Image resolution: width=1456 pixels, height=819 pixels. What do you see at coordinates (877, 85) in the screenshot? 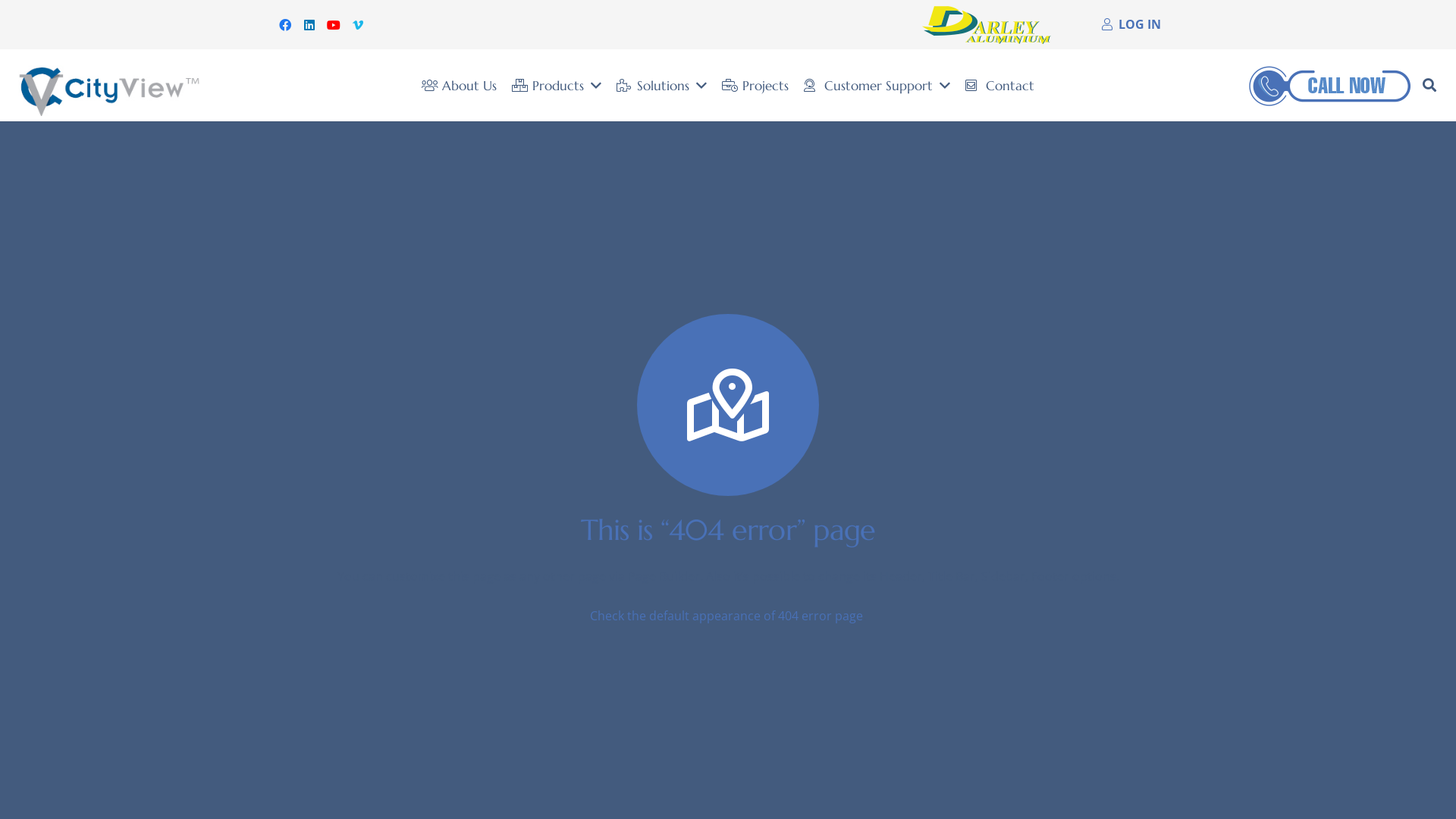
I see `'Customer Support'` at bounding box center [877, 85].